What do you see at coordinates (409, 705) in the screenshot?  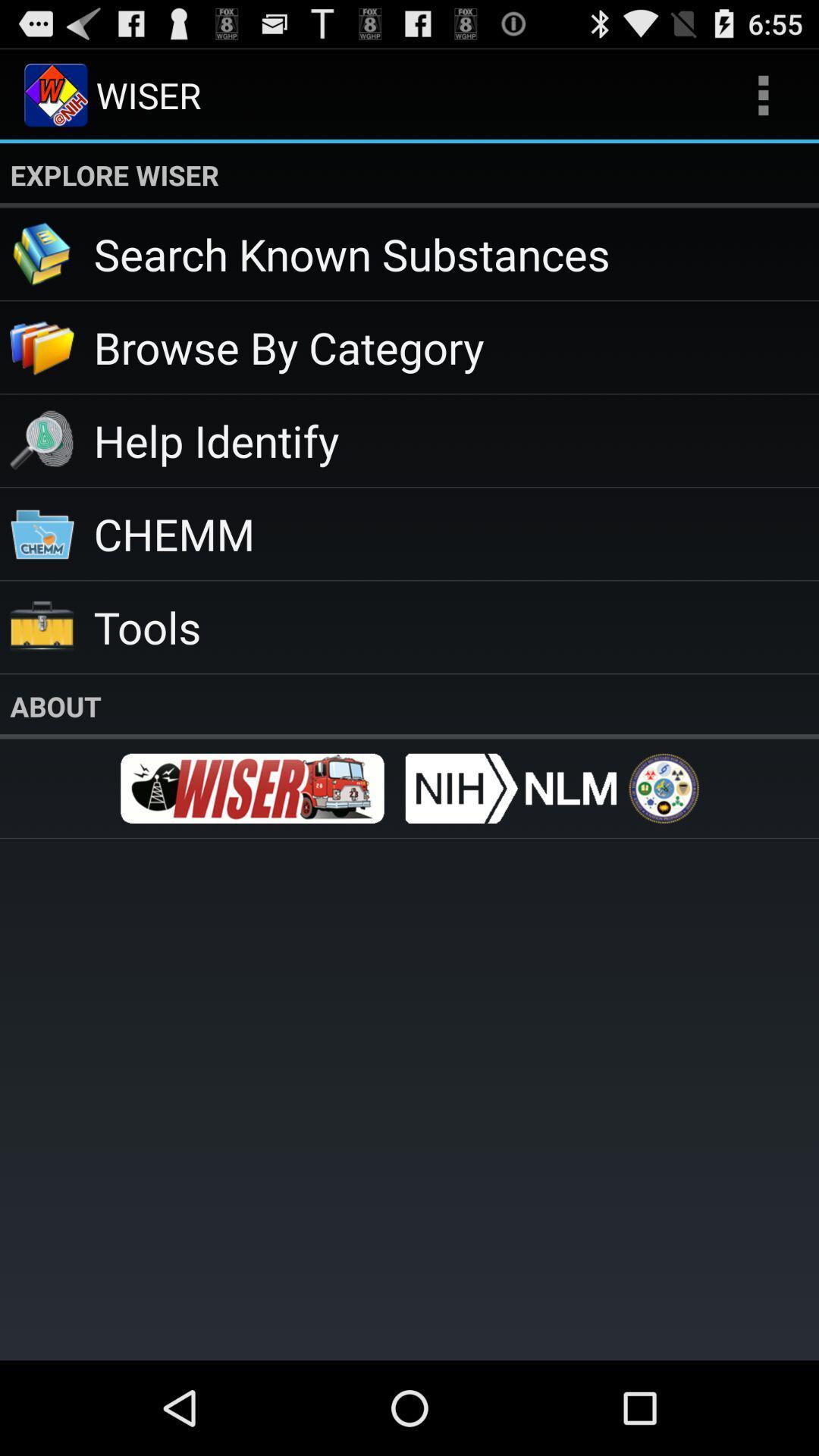 I see `about app` at bounding box center [409, 705].